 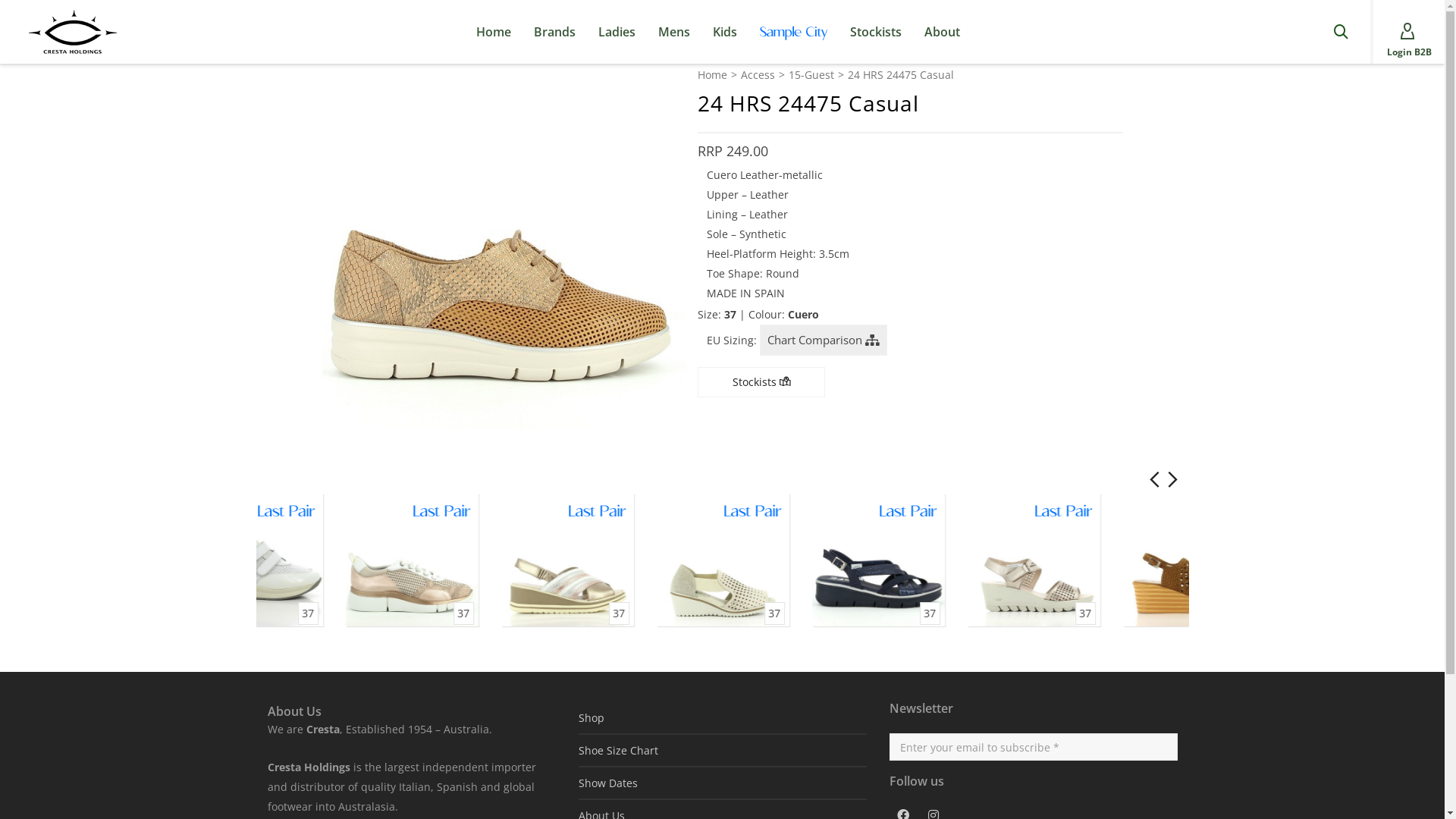 What do you see at coordinates (739, 75) in the screenshot?
I see `'Access'` at bounding box center [739, 75].